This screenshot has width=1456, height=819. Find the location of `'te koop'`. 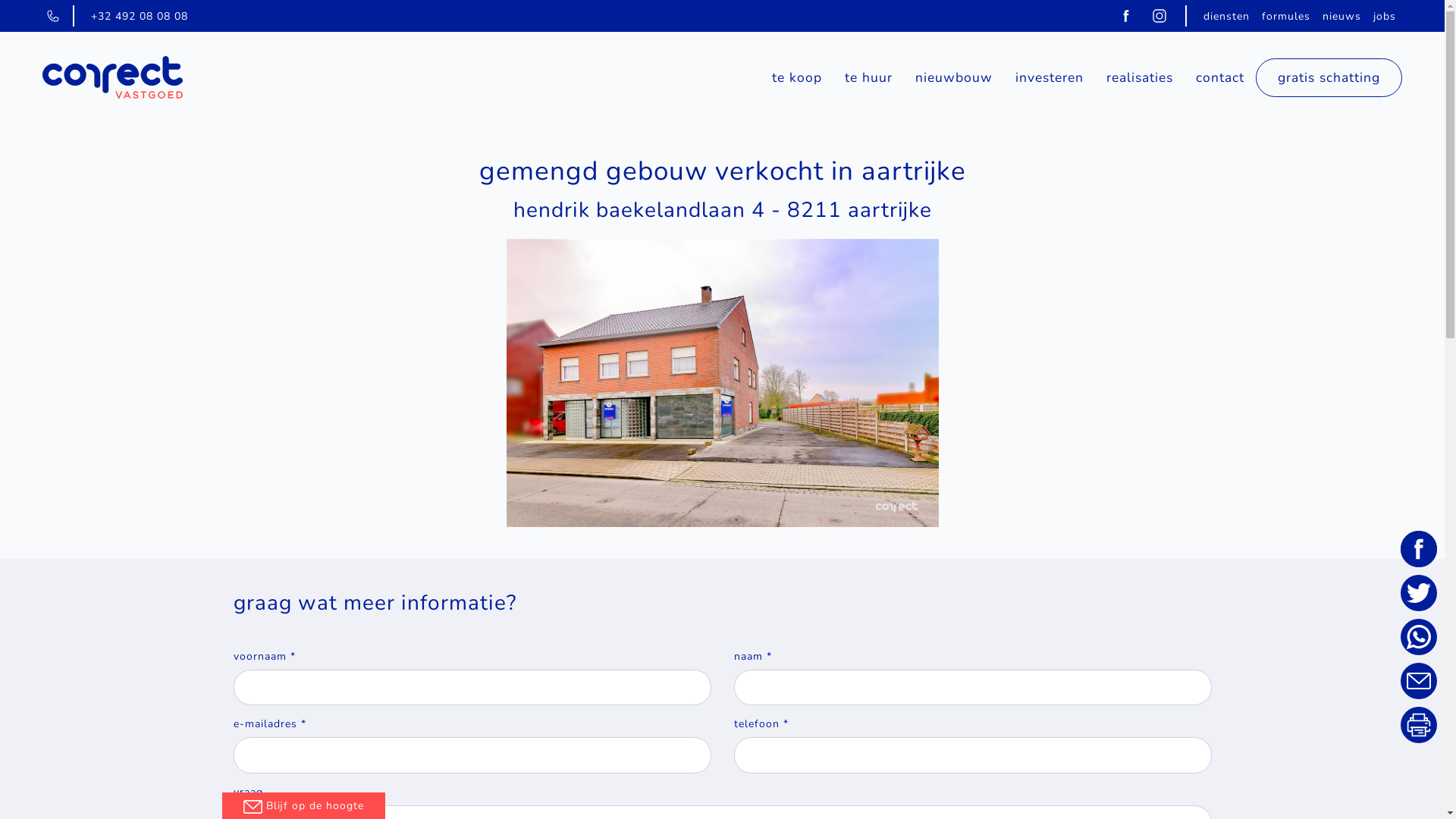

'te koop' is located at coordinates (796, 77).